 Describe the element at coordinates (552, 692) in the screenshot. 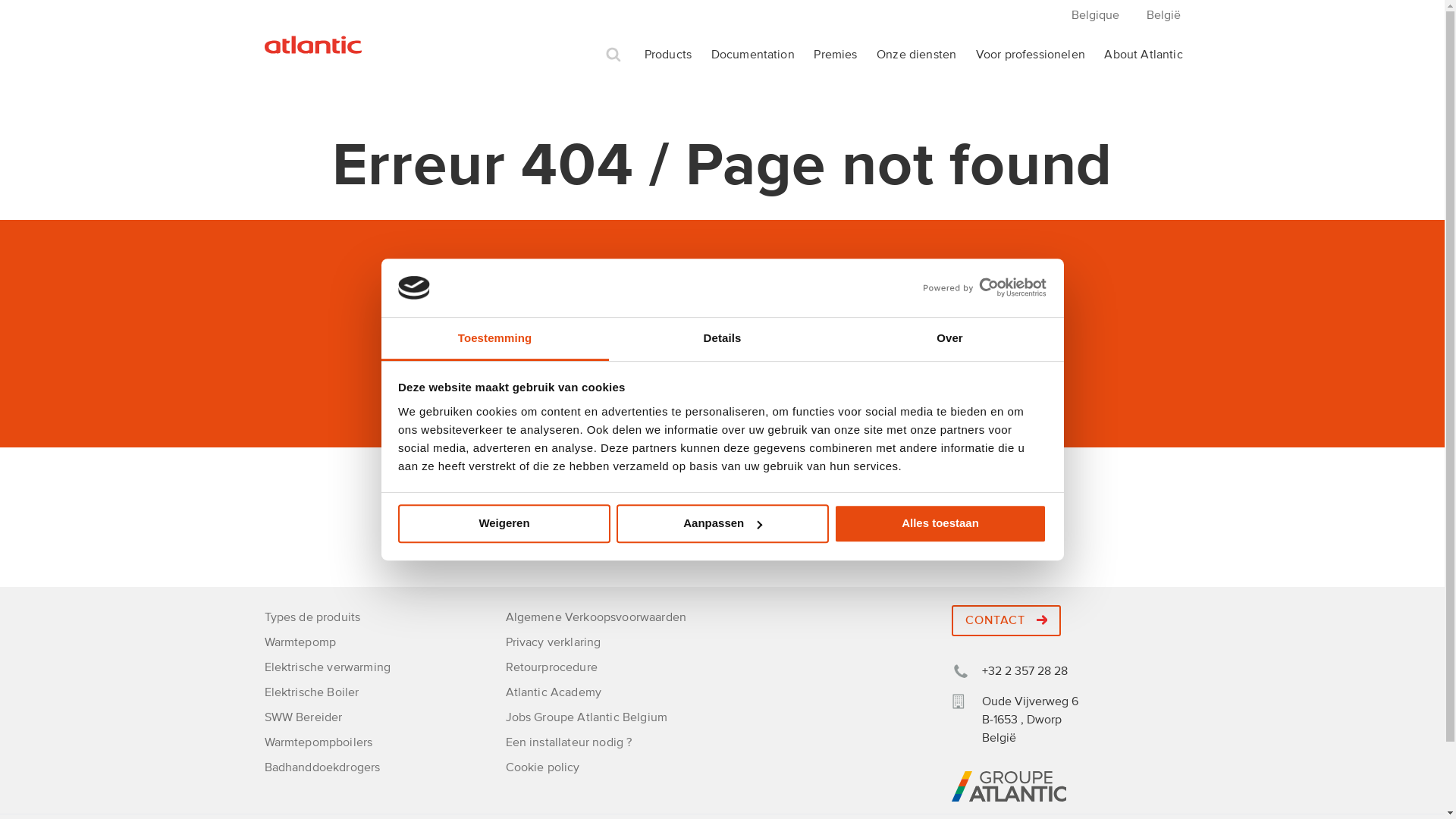

I see `'Atlantic Academy'` at that location.